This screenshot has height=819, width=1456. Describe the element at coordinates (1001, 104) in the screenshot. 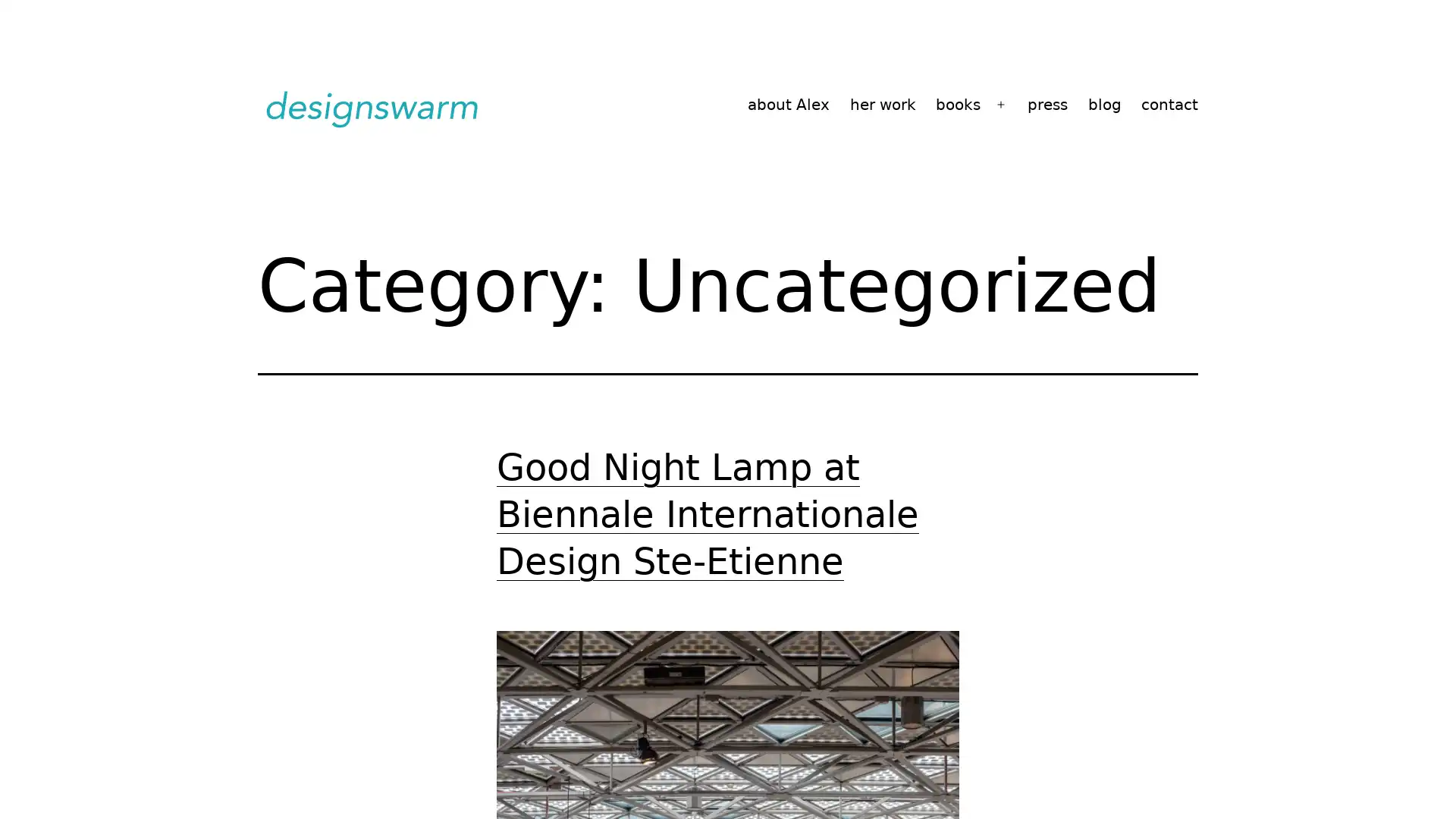

I see `Open menu` at that location.